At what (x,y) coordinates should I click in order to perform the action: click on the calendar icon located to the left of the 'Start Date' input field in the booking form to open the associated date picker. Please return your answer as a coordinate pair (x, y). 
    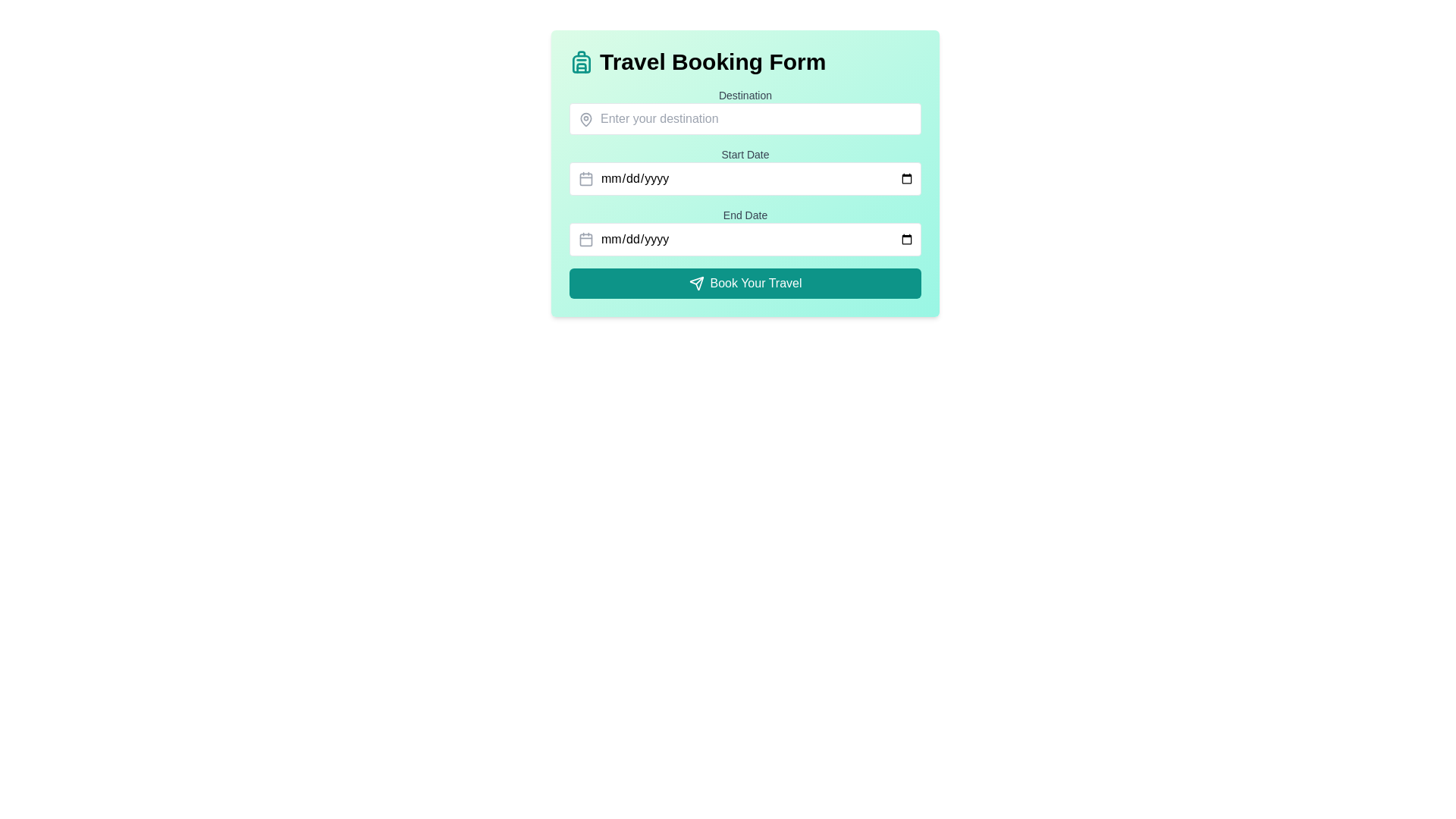
    Looking at the image, I should click on (585, 177).